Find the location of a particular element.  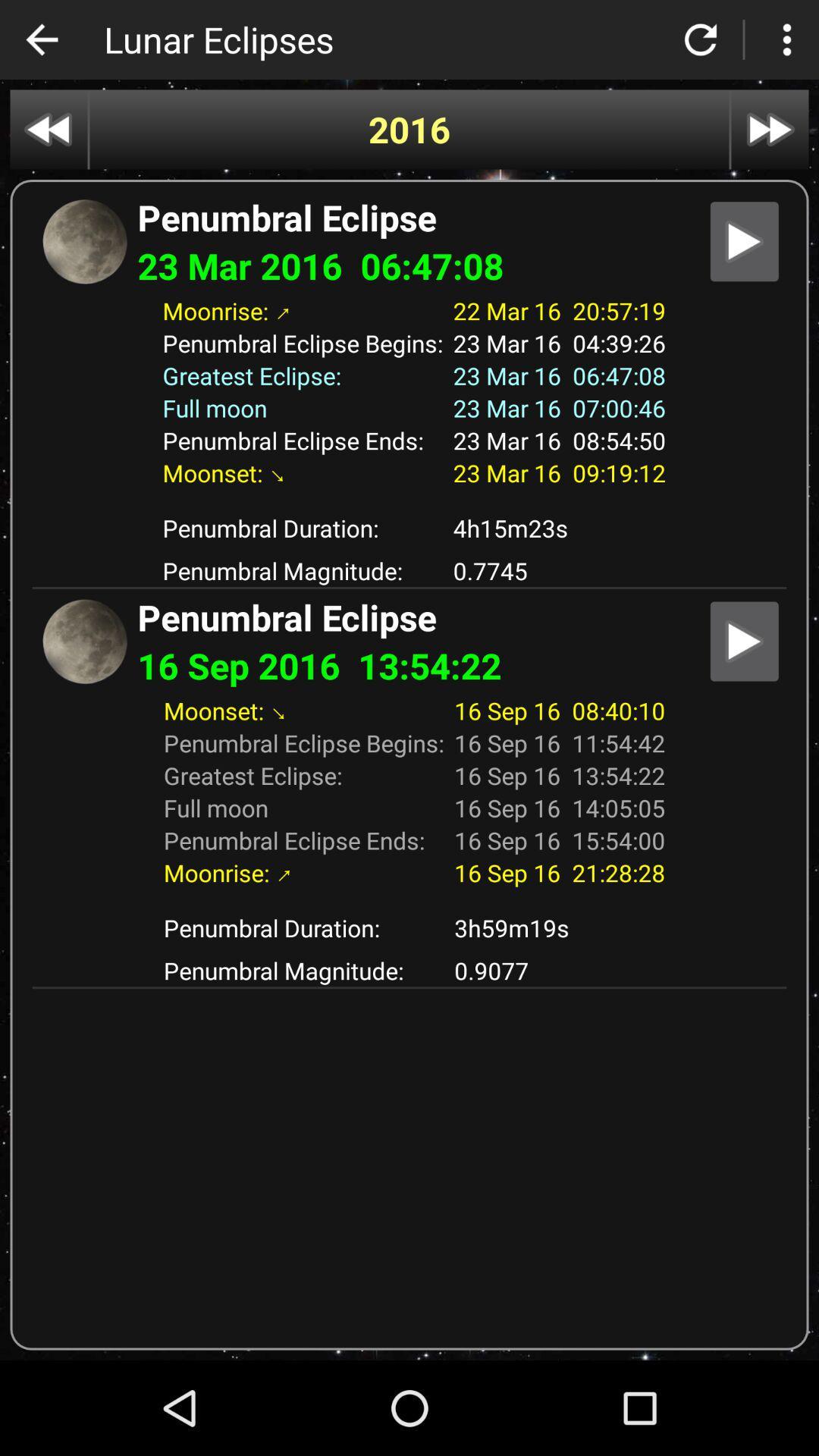

the app above penumbral duration: icon is located at coordinates (408, 500).